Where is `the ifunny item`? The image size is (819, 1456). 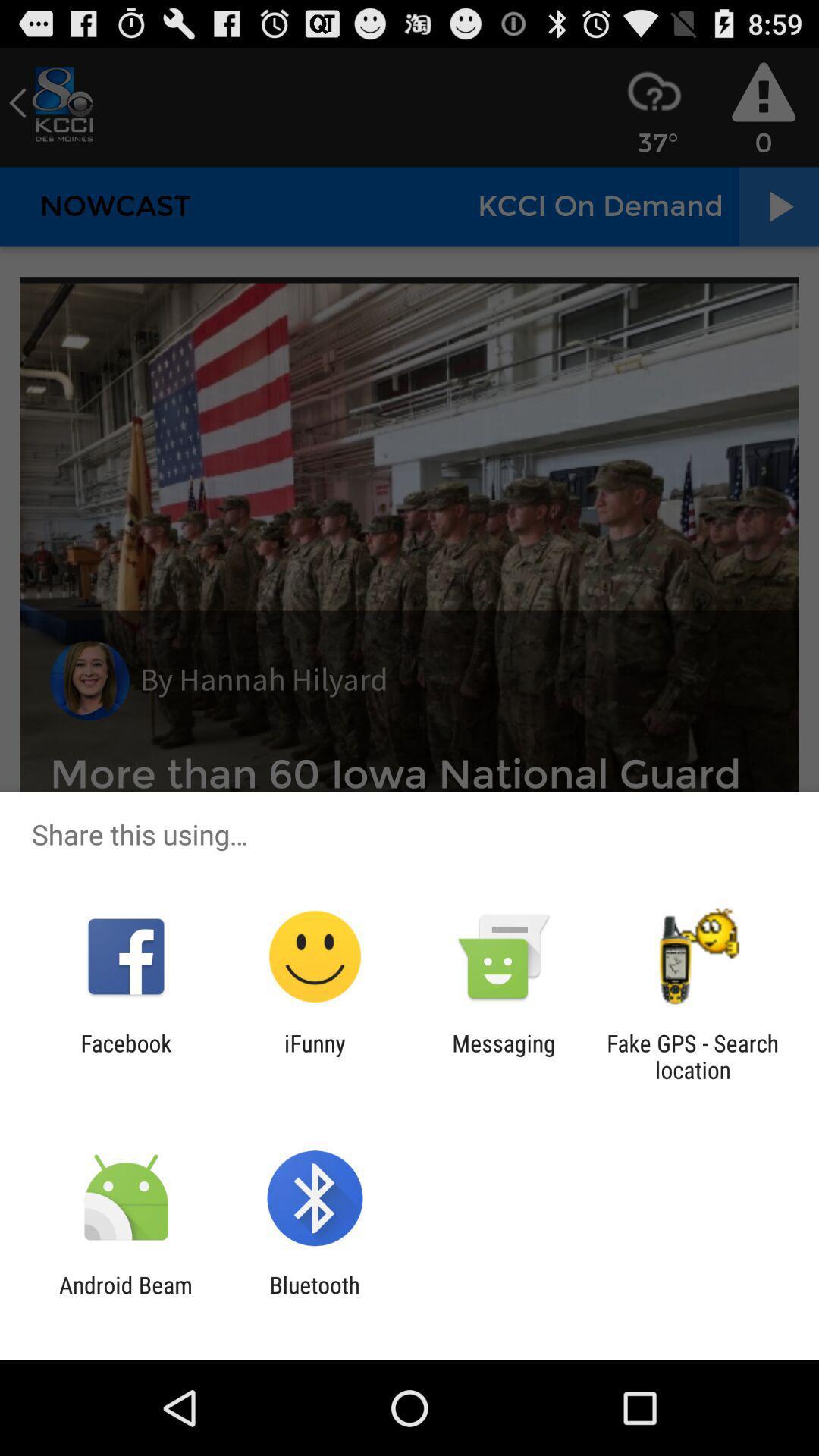 the ifunny item is located at coordinates (314, 1056).